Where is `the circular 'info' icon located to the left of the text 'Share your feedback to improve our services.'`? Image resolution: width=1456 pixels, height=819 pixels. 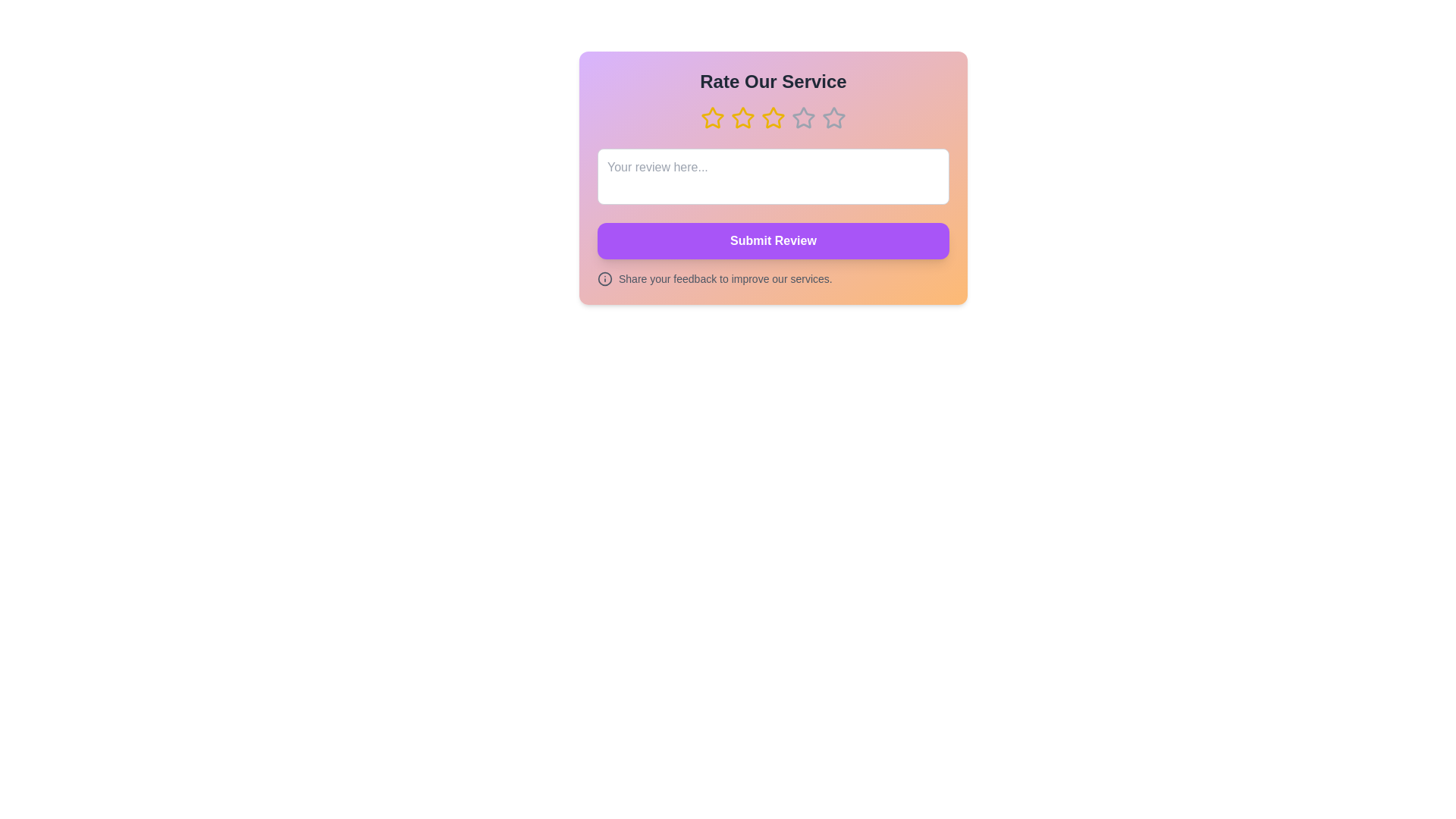 the circular 'info' icon located to the left of the text 'Share your feedback to improve our services.' is located at coordinates (604, 278).